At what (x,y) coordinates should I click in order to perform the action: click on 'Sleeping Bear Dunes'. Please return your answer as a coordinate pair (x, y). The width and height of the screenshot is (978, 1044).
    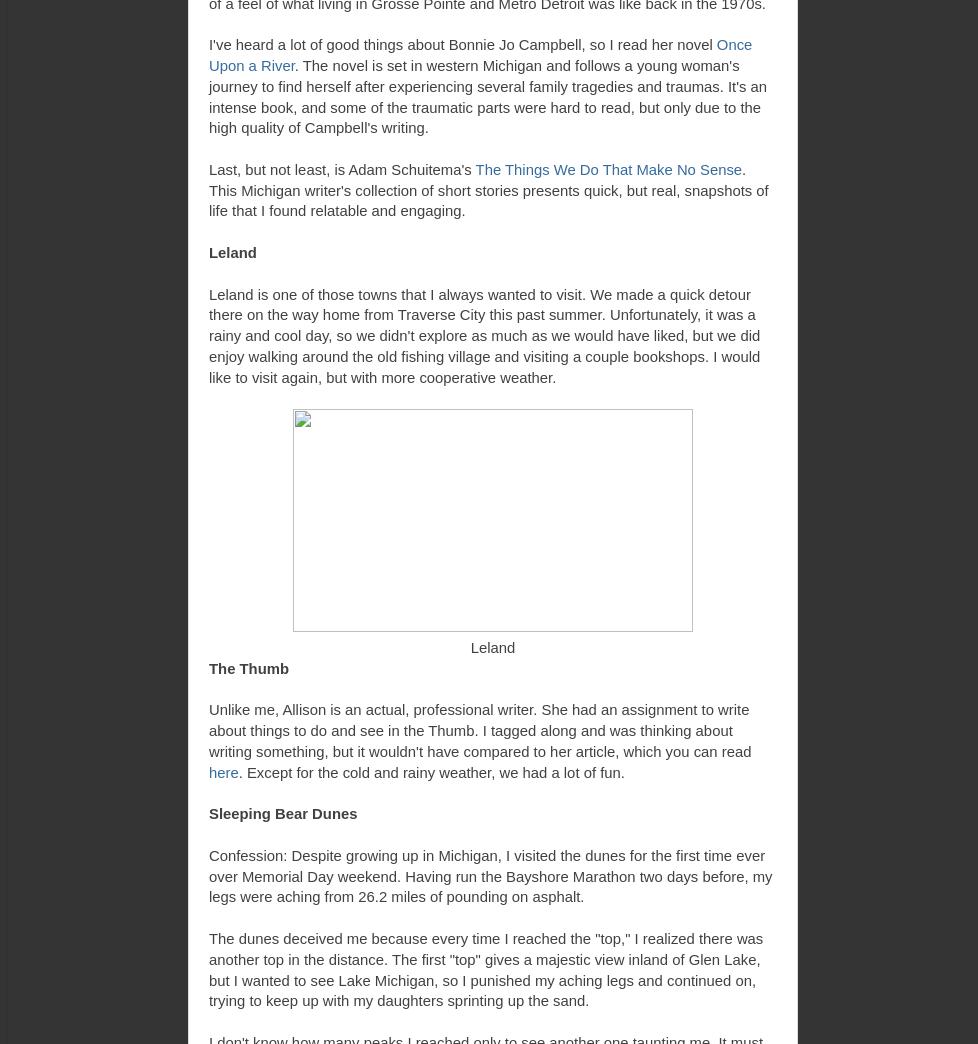
    Looking at the image, I should click on (282, 813).